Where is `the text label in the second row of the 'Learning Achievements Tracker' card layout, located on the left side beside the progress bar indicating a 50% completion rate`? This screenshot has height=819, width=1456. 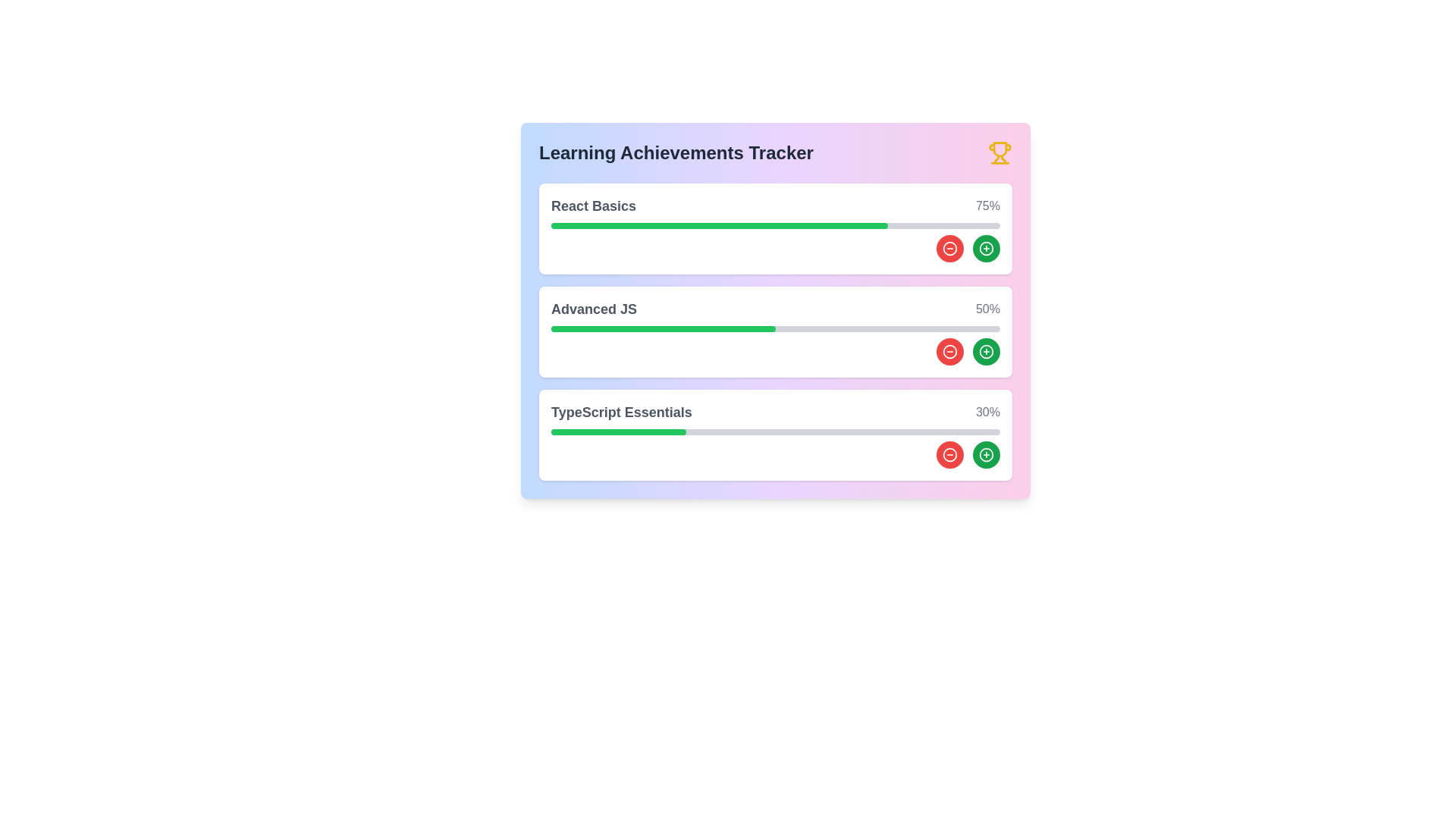 the text label in the second row of the 'Learning Achievements Tracker' card layout, located on the left side beside the progress bar indicating a 50% completion rate is located at coordinates (593, 309).